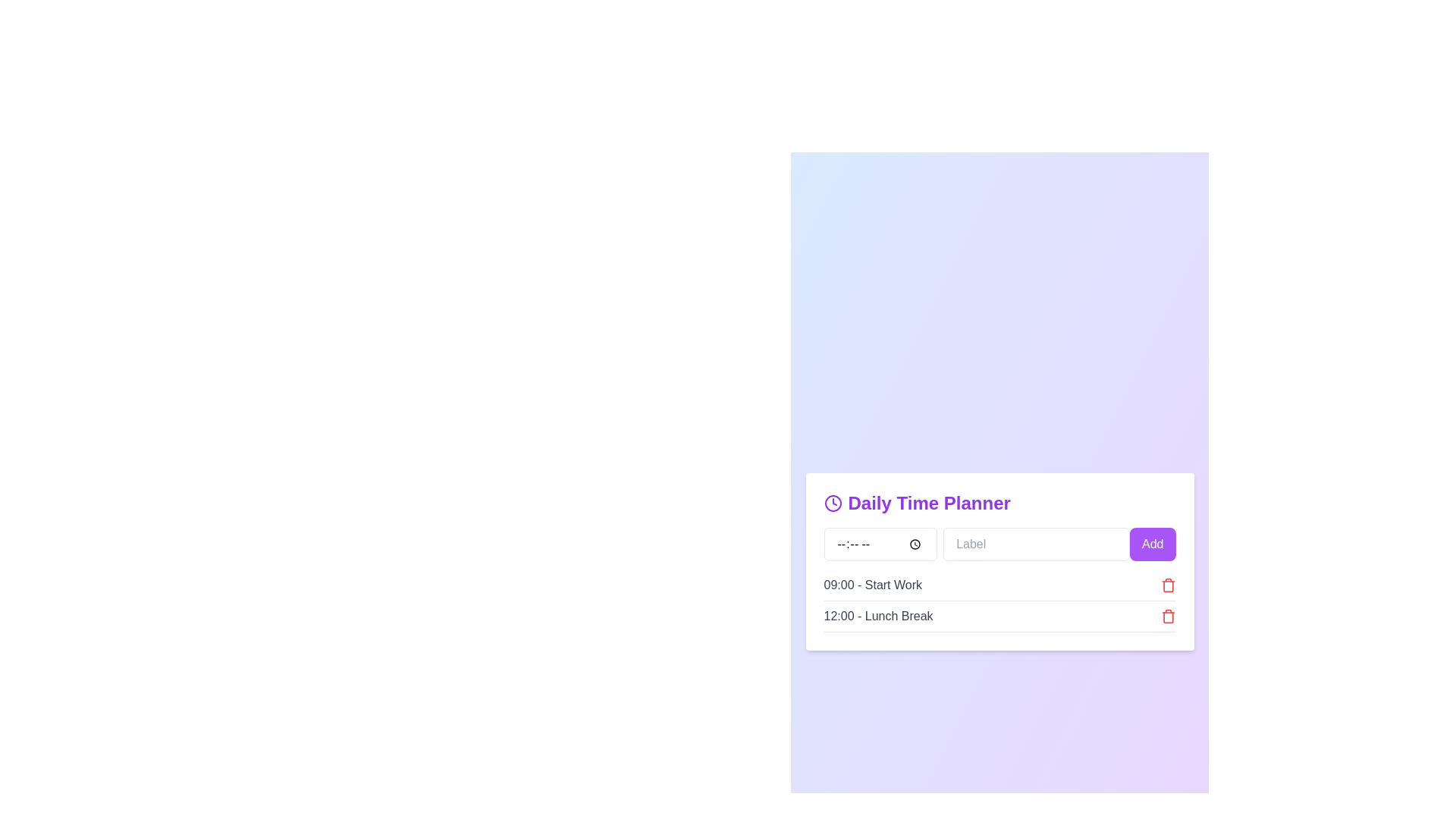  Describe the element at coordinates (880, 543) in the screenshot. I see `the time input field` at that location.